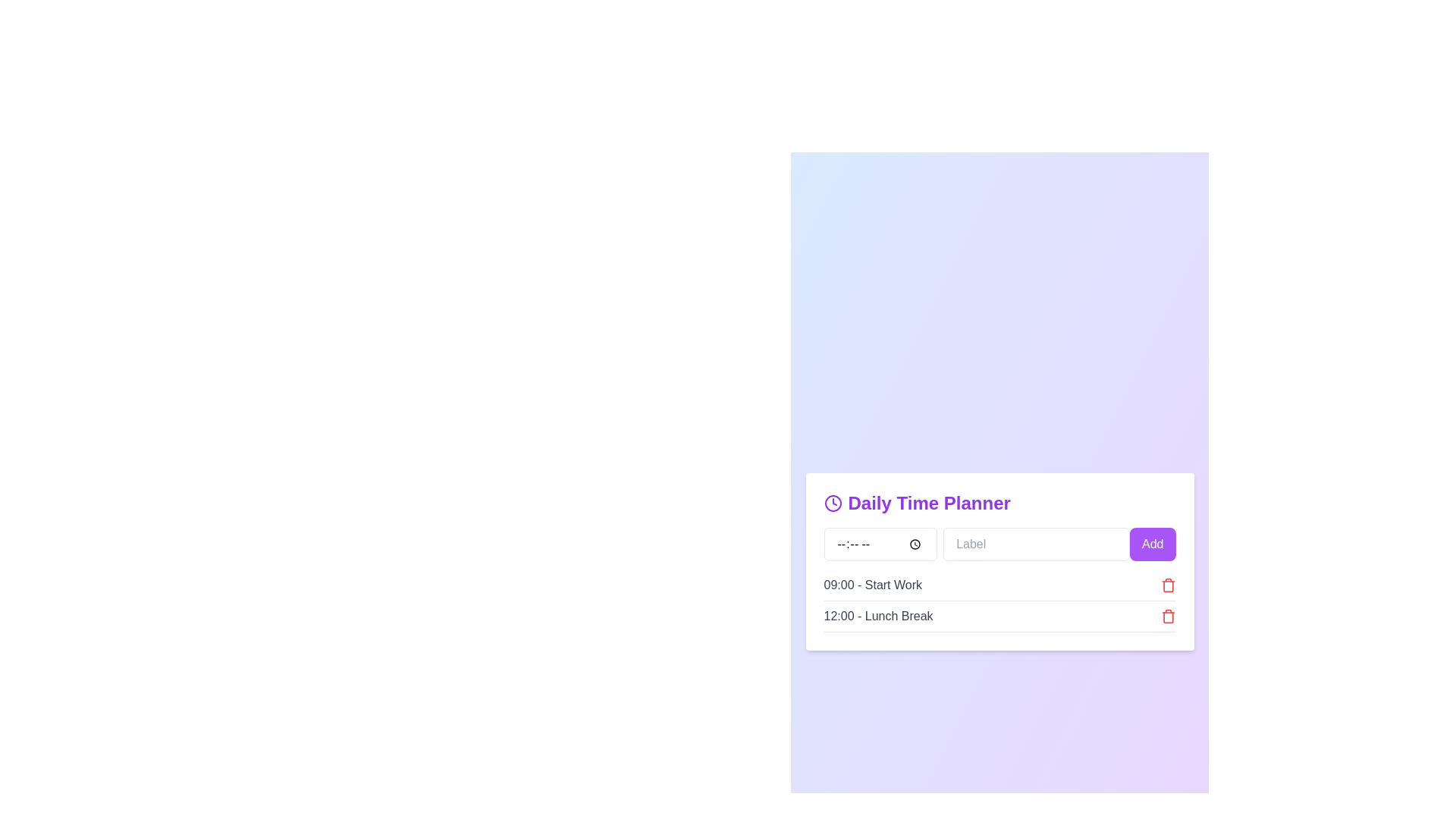  Describe the element at coordinates (880, 543) in the screenshot. I see `the time input field` at that location.